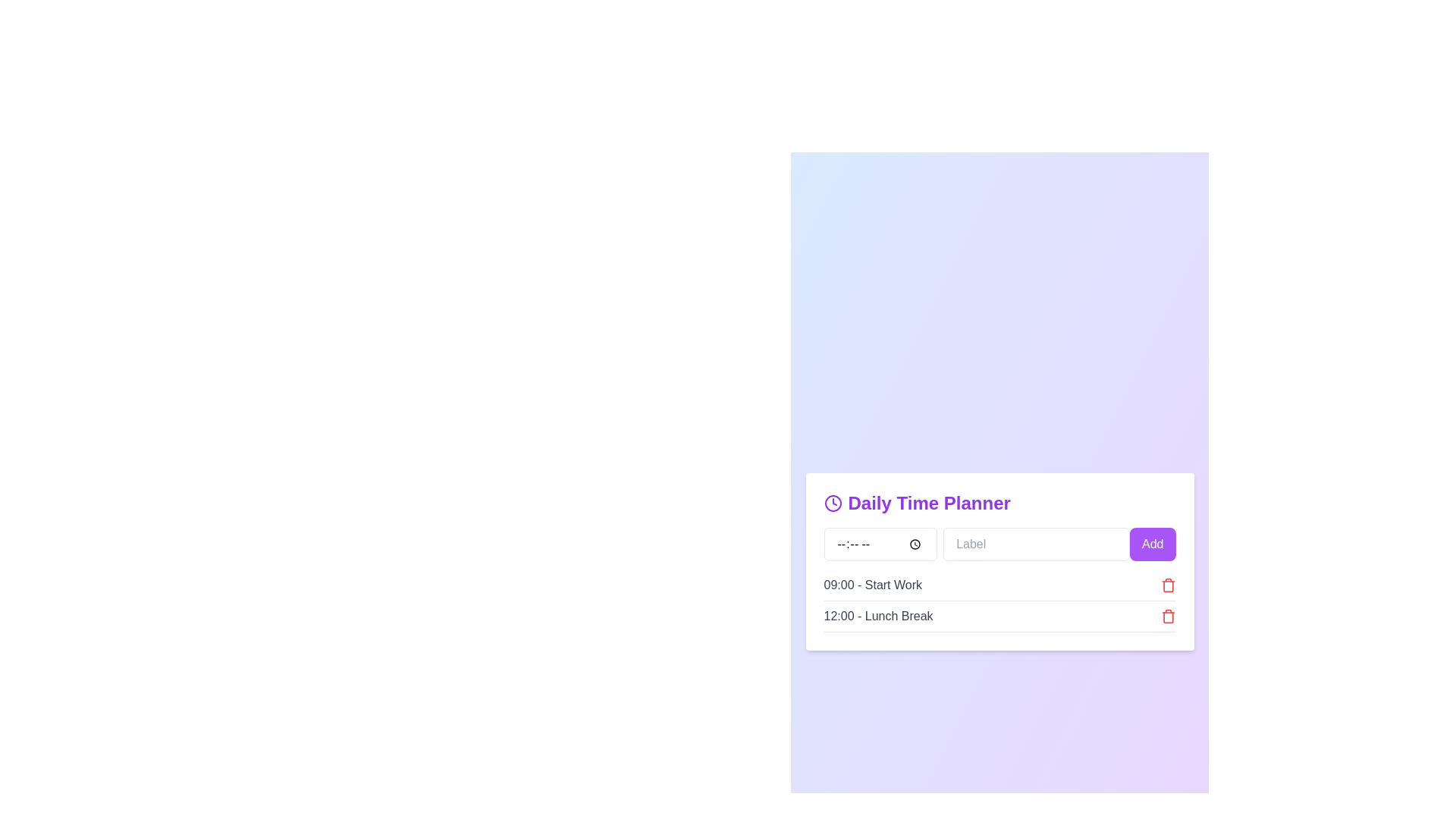  Describe the element at coordinates (880, 543) in the screenshot. I see `the time input field` at that location.